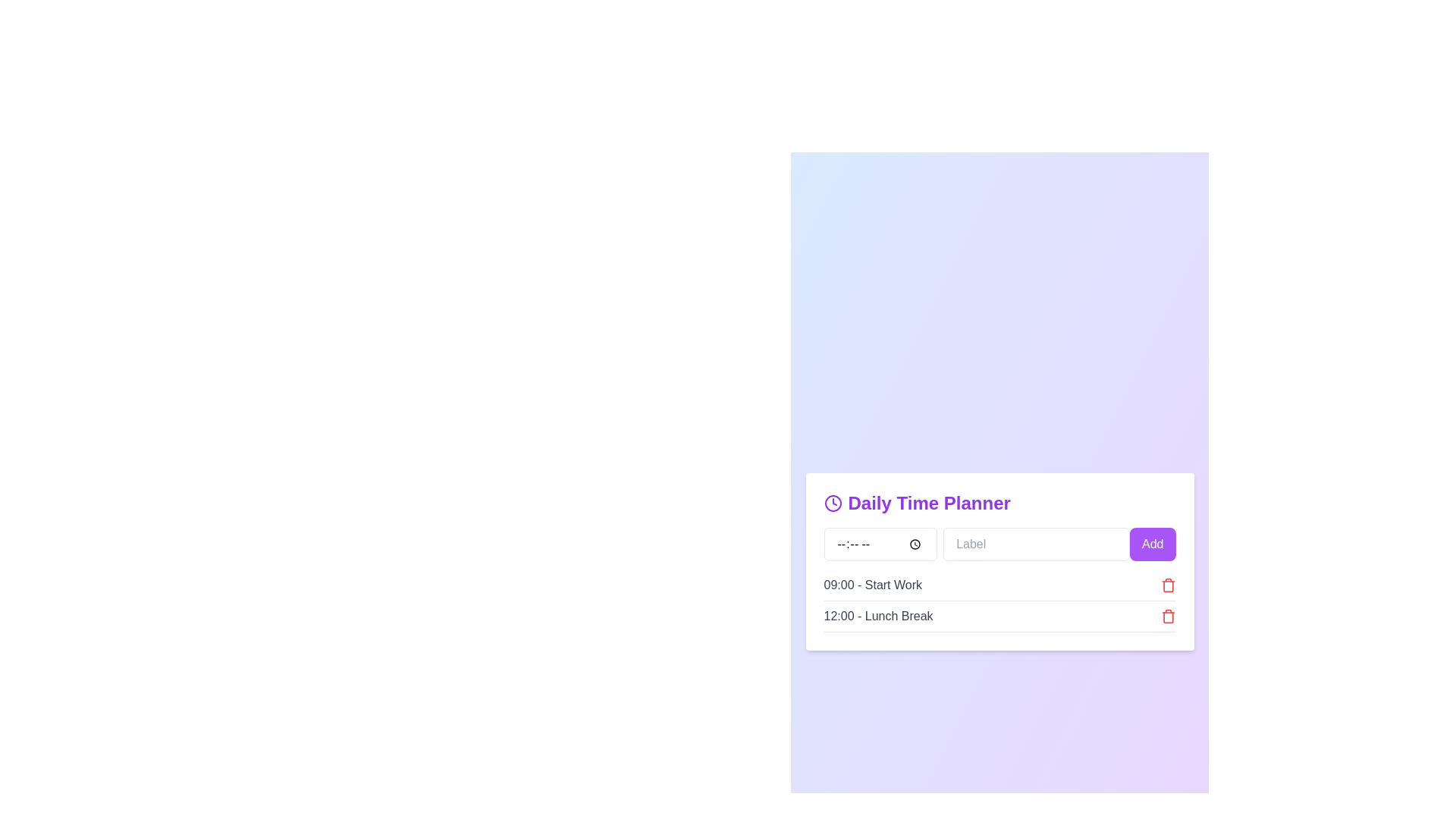  Describe the element at coordinates (880, 543) in the screenshot. I see `the time input field` at that location.